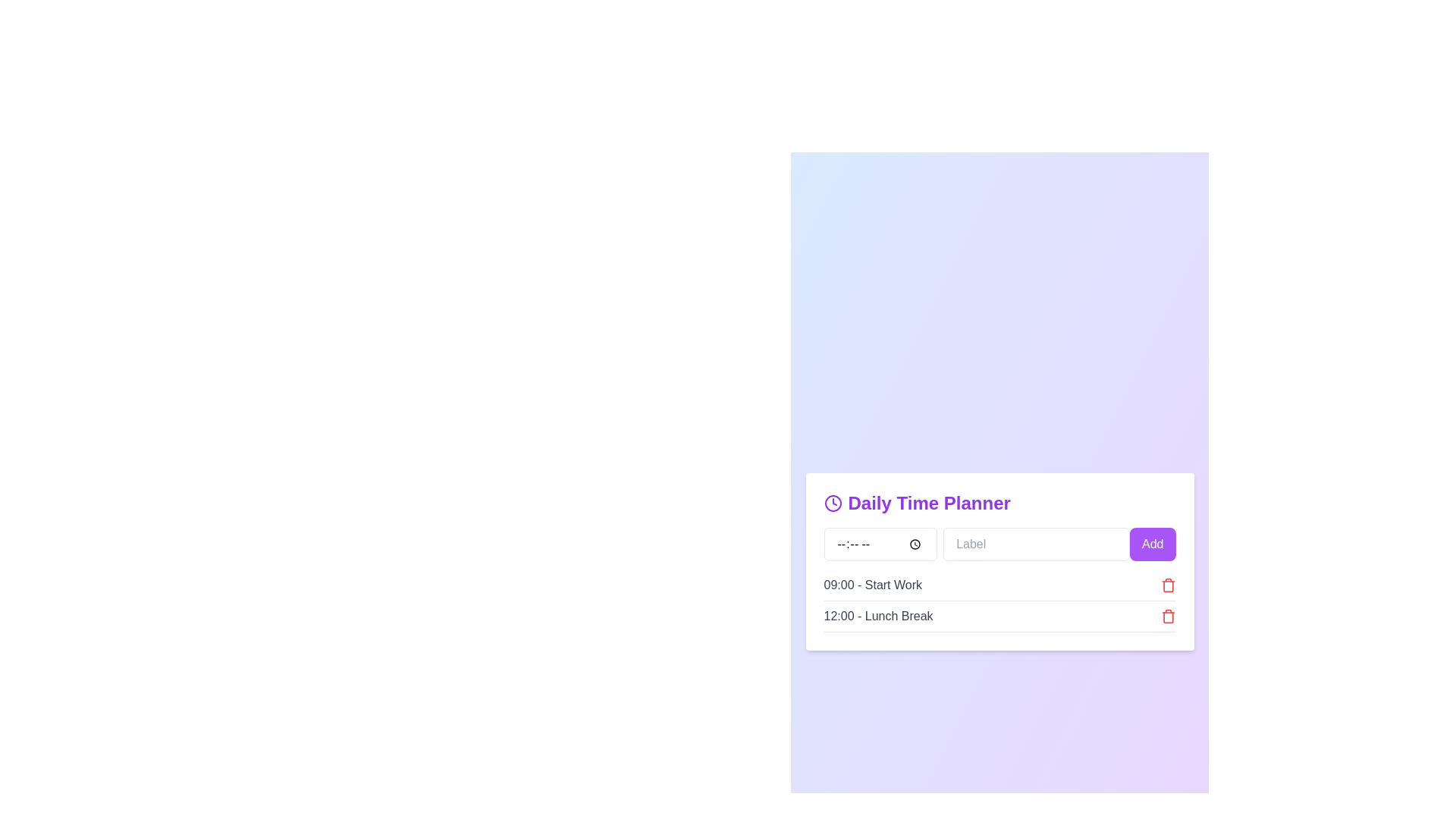  Describe the element at coordinates (880, 543) in the screenshot. I see `the time input field` at that location.